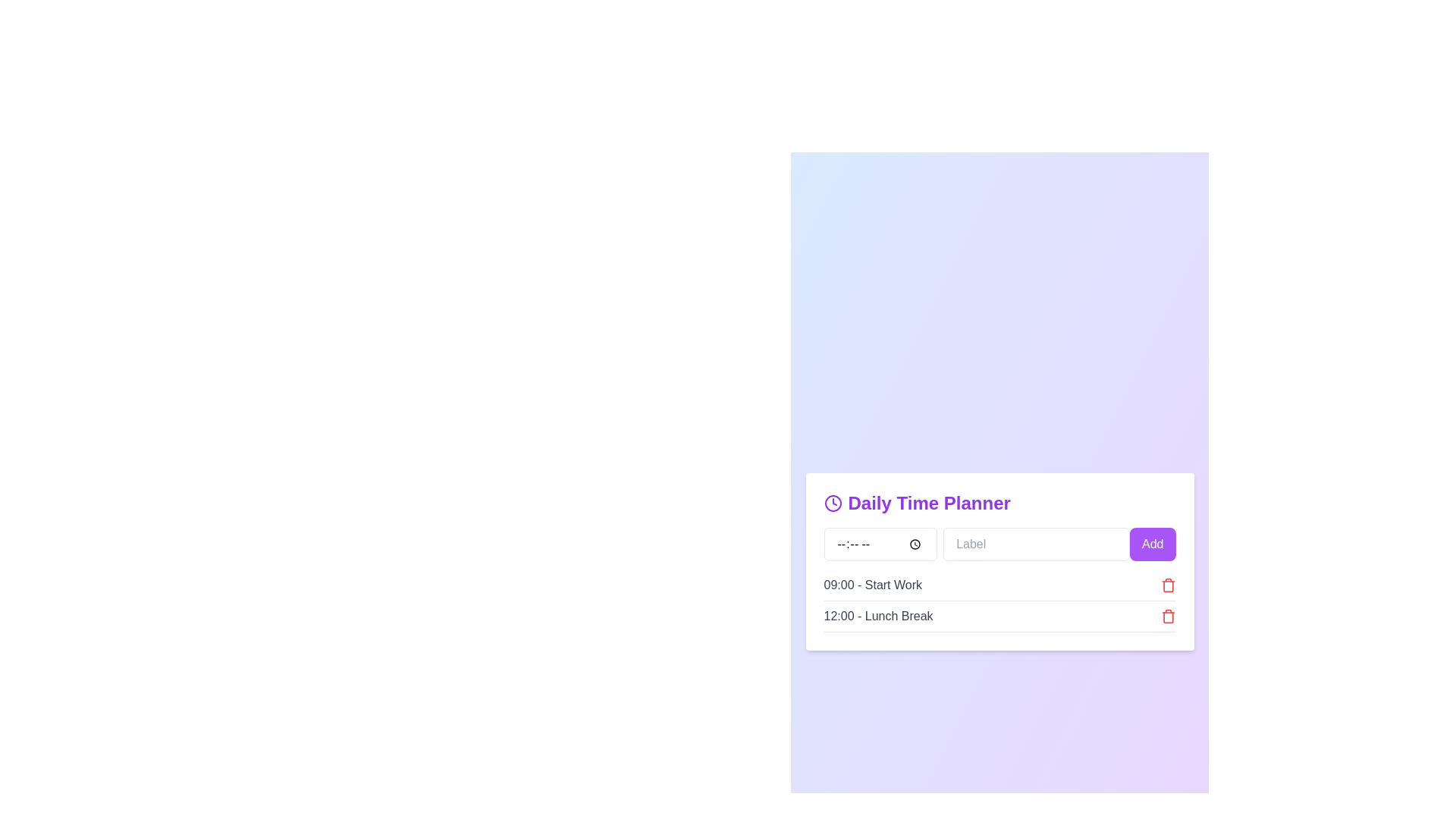  Describe the element at coordinates (880, 543) in the screenshot. I see `the time input field` at that location.